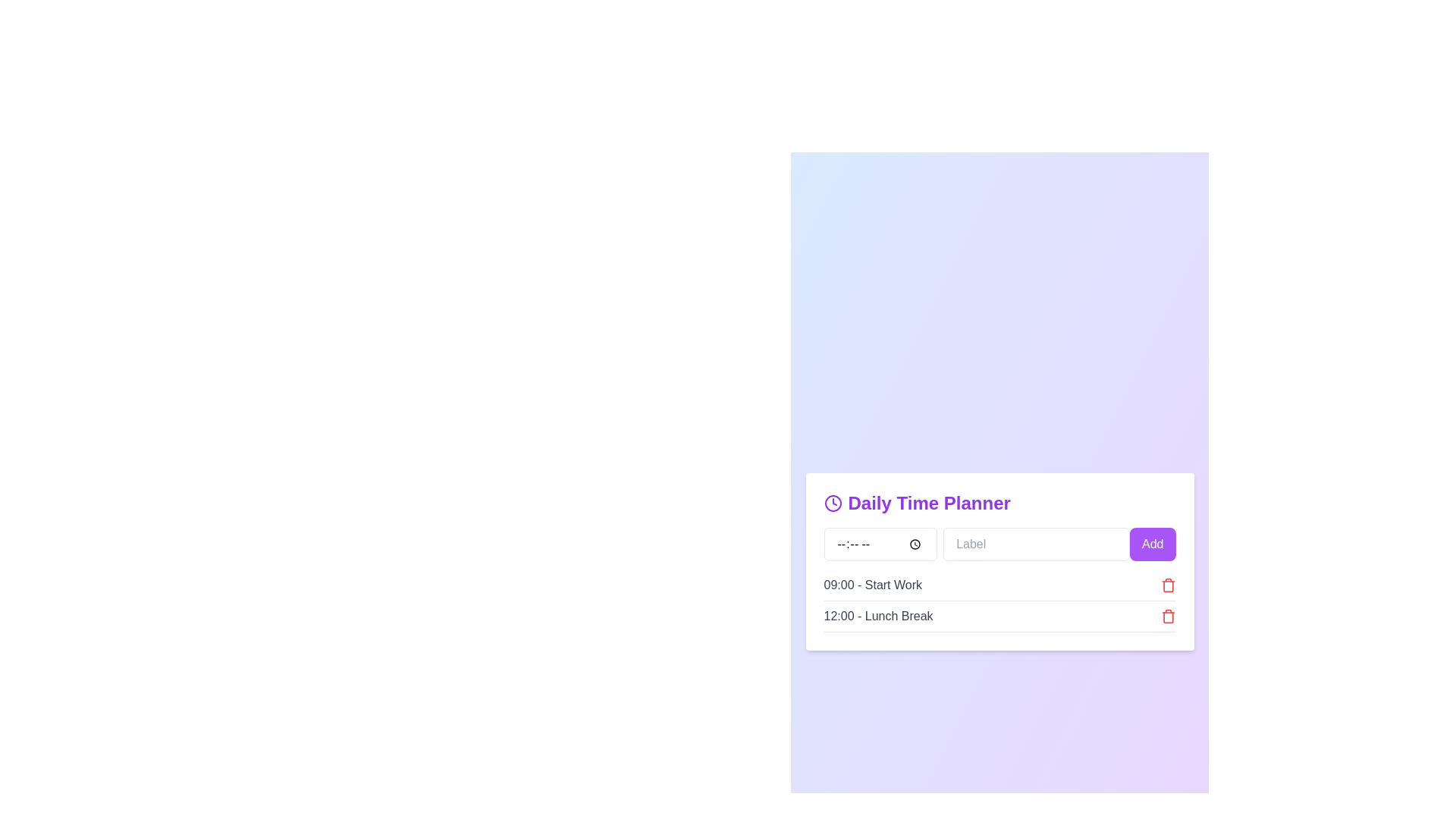  Describe the element at coordinates (880, 543) in the screenshot. I see `the time input field` at that location.